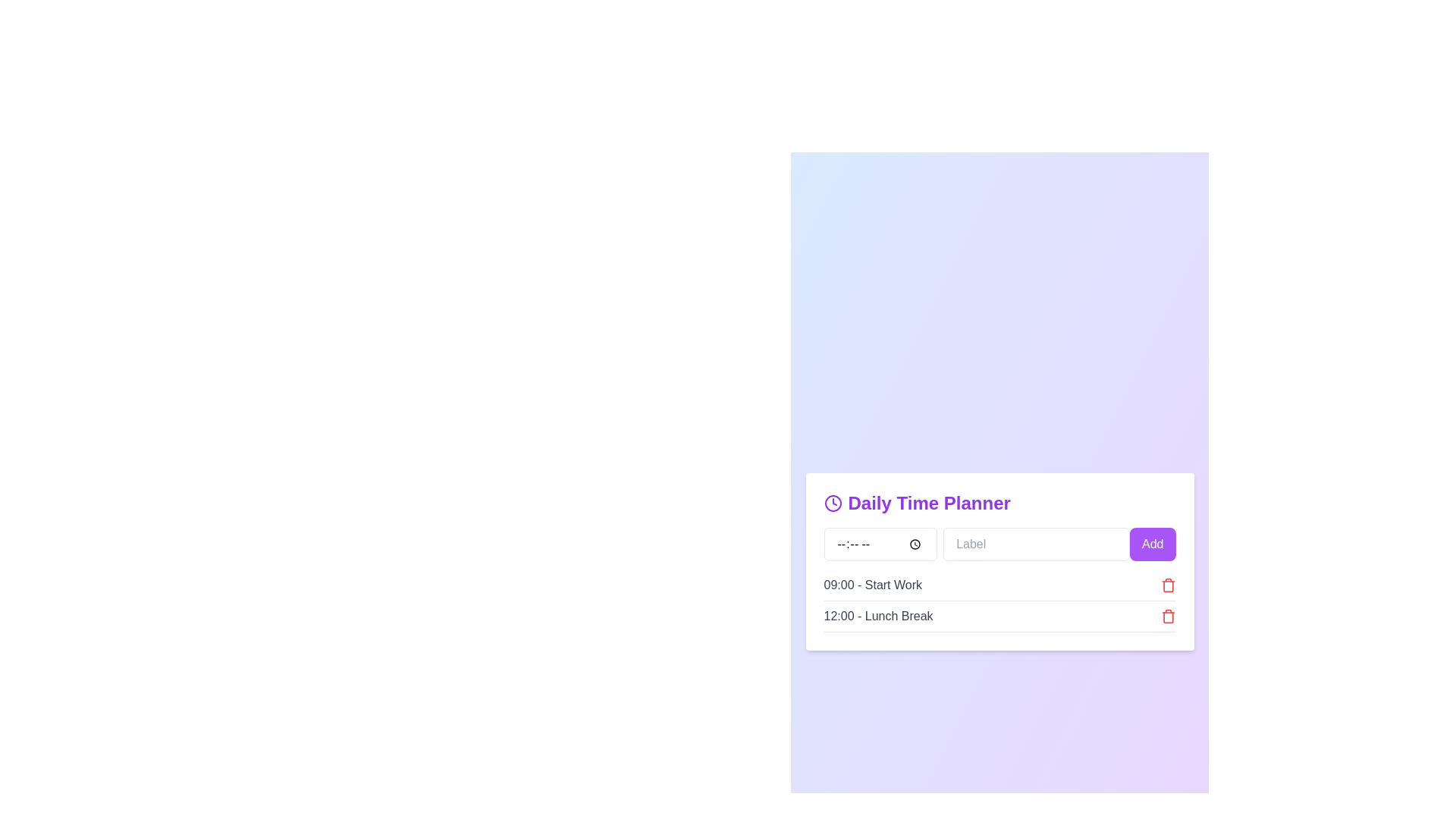  Describe the element at coordinates (880, 543) in the screenshot. I see `the time input field` at that location.